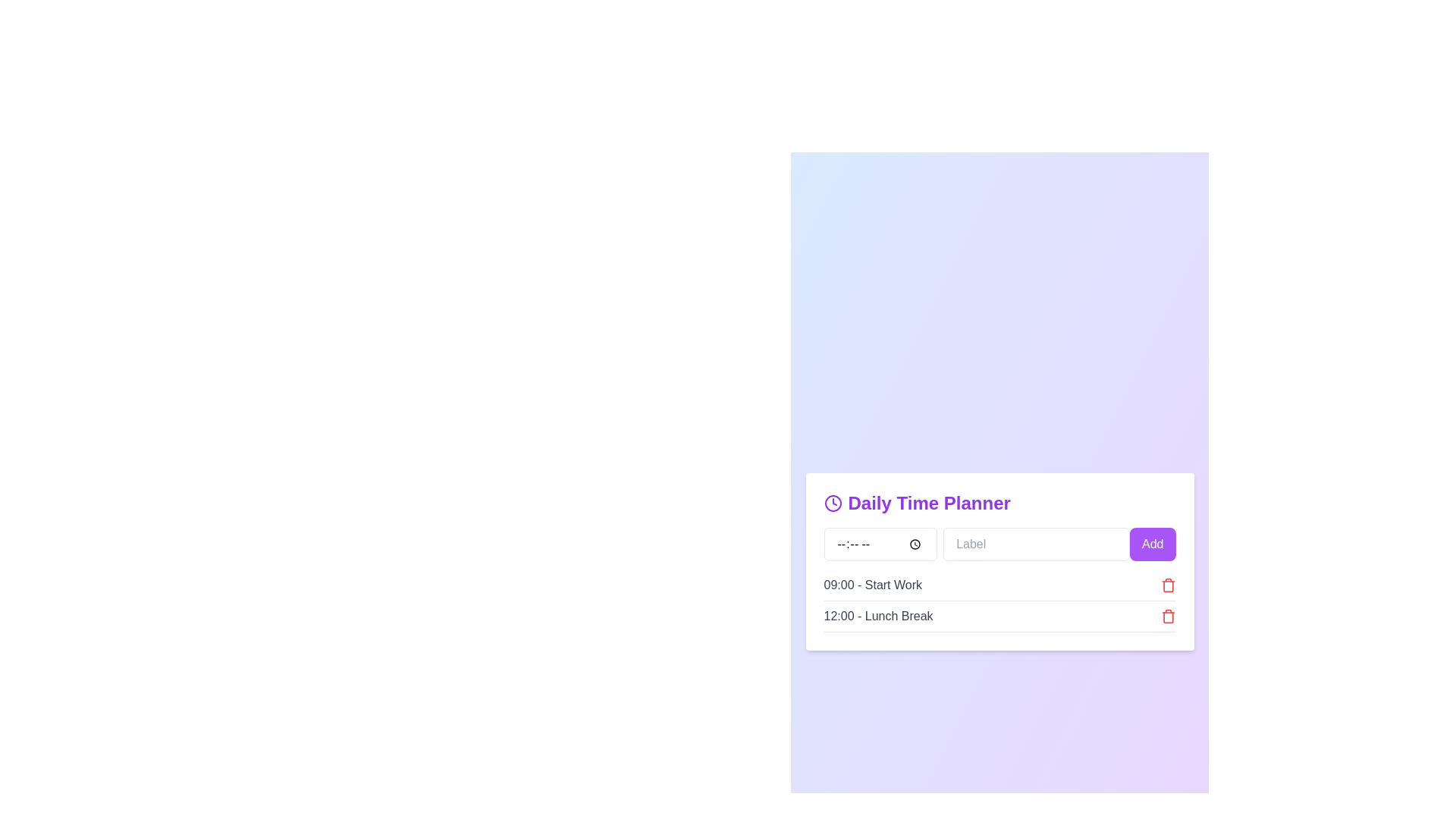  Describe the element at coordinates (880, 543) in the screenshot. I see `the time input field` at that location.